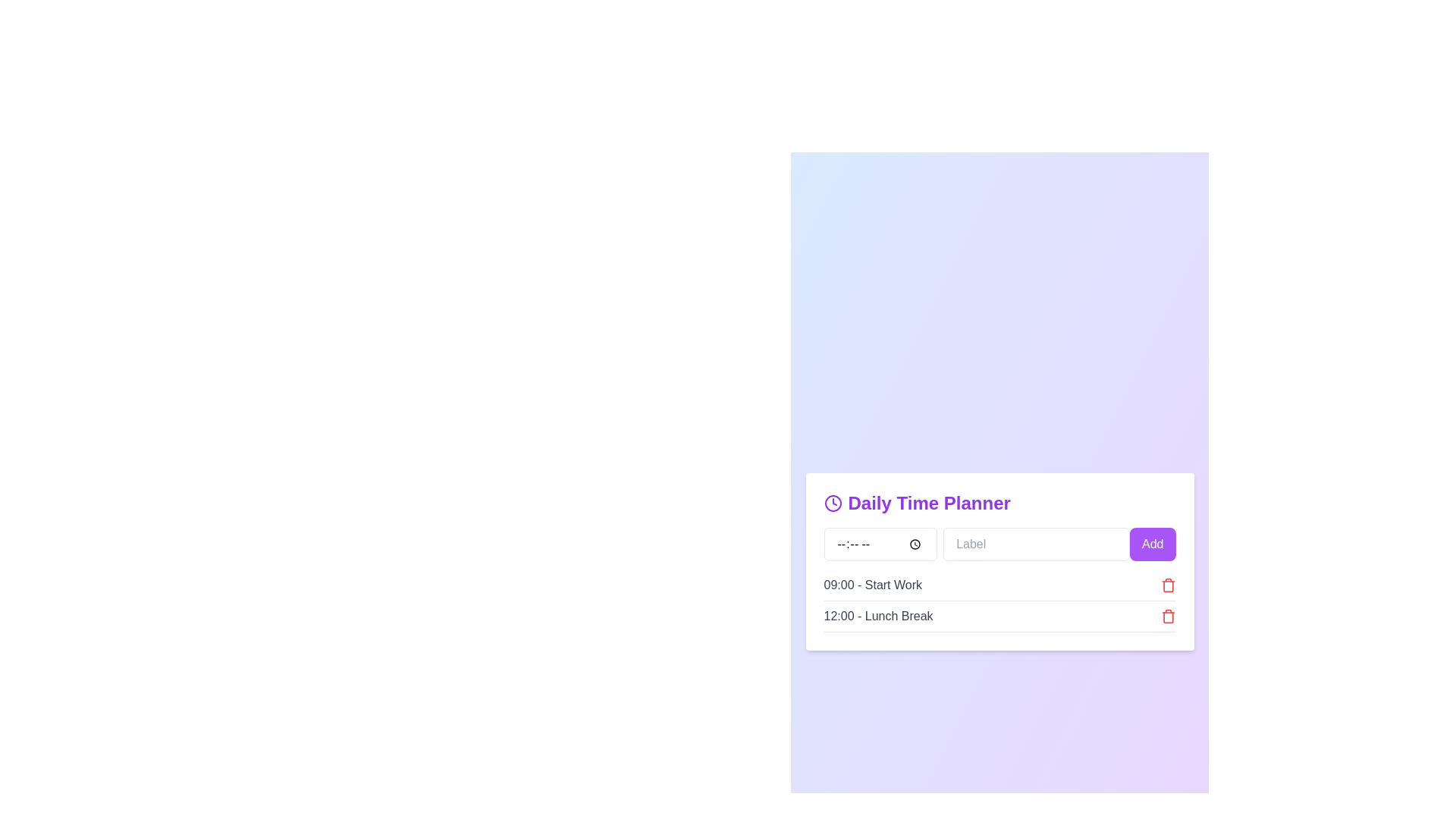  Describe the element at coordinates (880, 543) in the screenshot. I see `the time input field` at that location.